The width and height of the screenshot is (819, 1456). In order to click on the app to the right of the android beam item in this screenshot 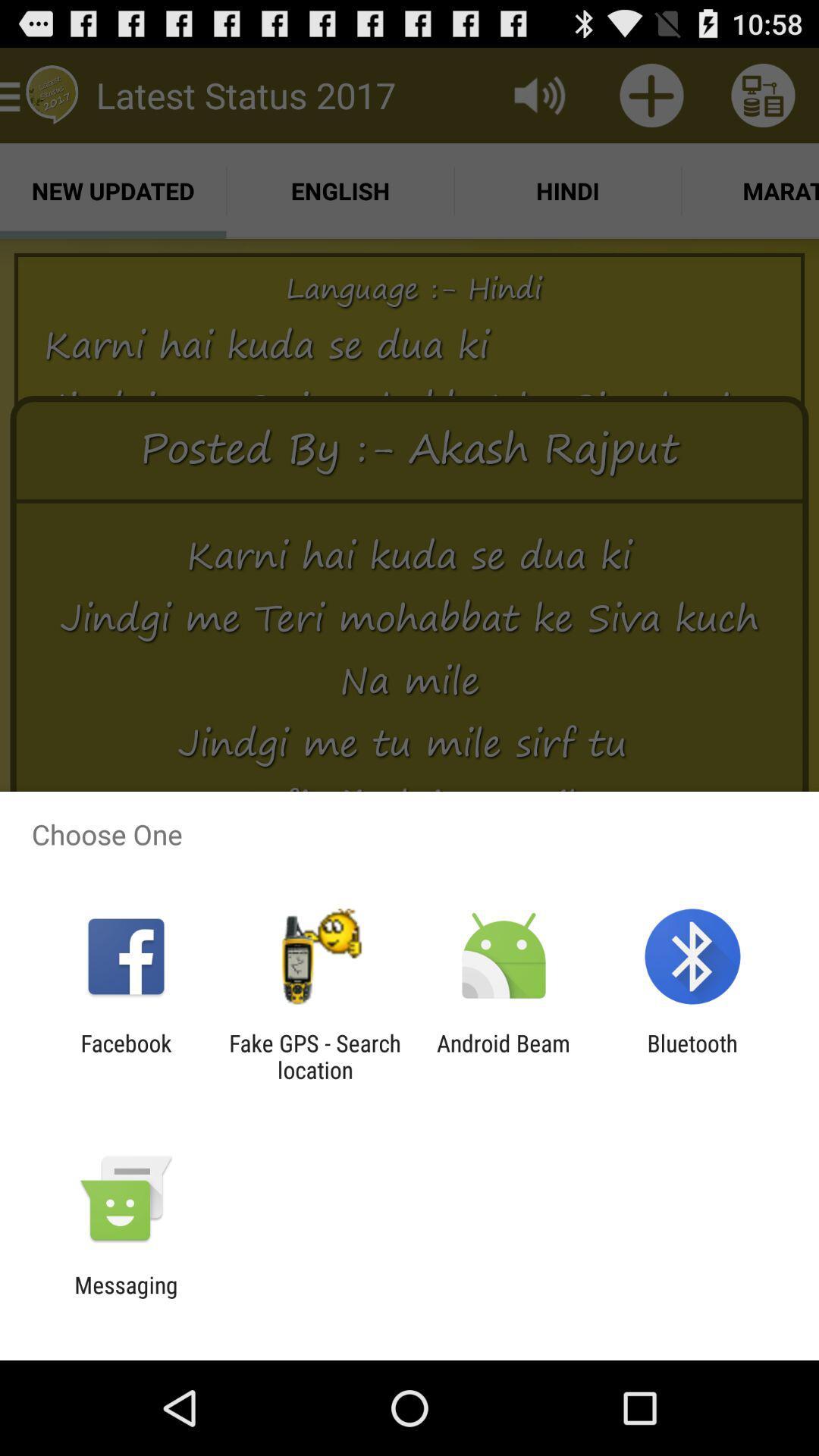, I will do `click(692, 1056)`.